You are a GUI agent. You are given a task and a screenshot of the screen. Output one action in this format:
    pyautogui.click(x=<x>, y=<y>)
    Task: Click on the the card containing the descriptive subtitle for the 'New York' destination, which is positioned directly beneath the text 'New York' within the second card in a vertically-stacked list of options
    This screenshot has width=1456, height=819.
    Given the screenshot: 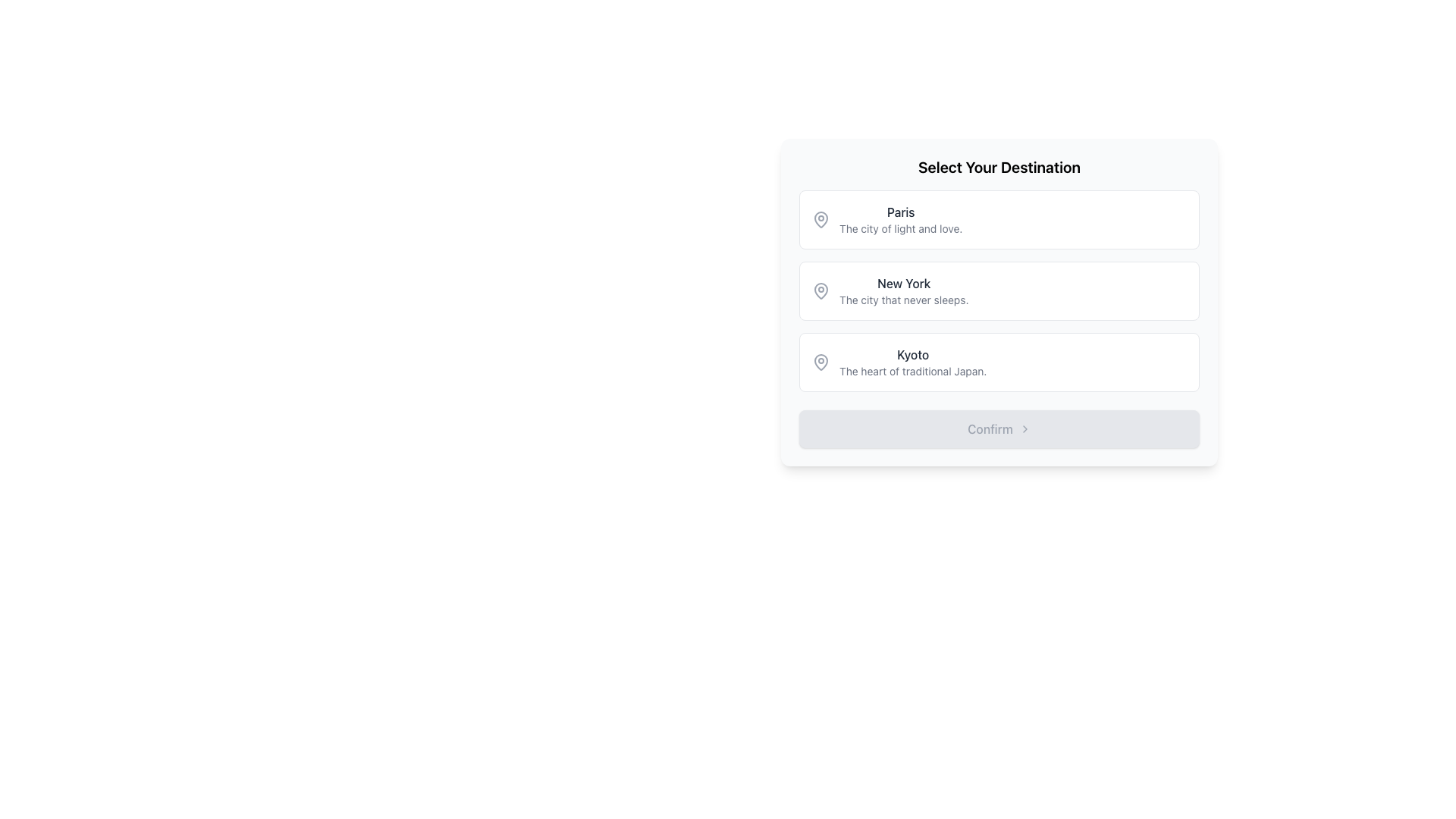 What is the action you would take?
    pyautogui.click(x=904, y=300)
    